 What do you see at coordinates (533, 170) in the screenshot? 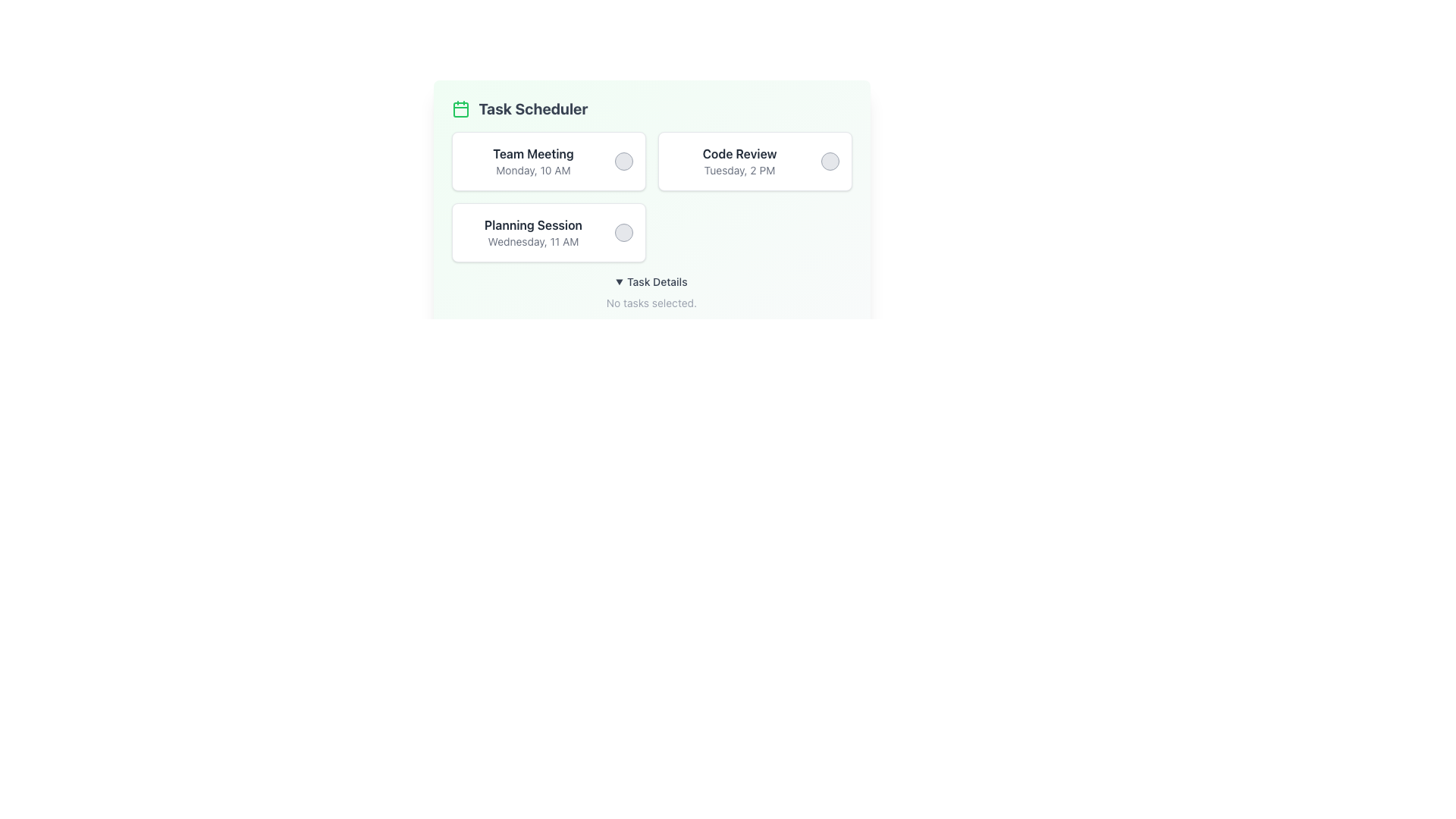
I see `the Text Label displaying 'Monday, 10 AM', which is positioned beneath the bold heading 'Team Meeting'` at bounding box center [533, 170].